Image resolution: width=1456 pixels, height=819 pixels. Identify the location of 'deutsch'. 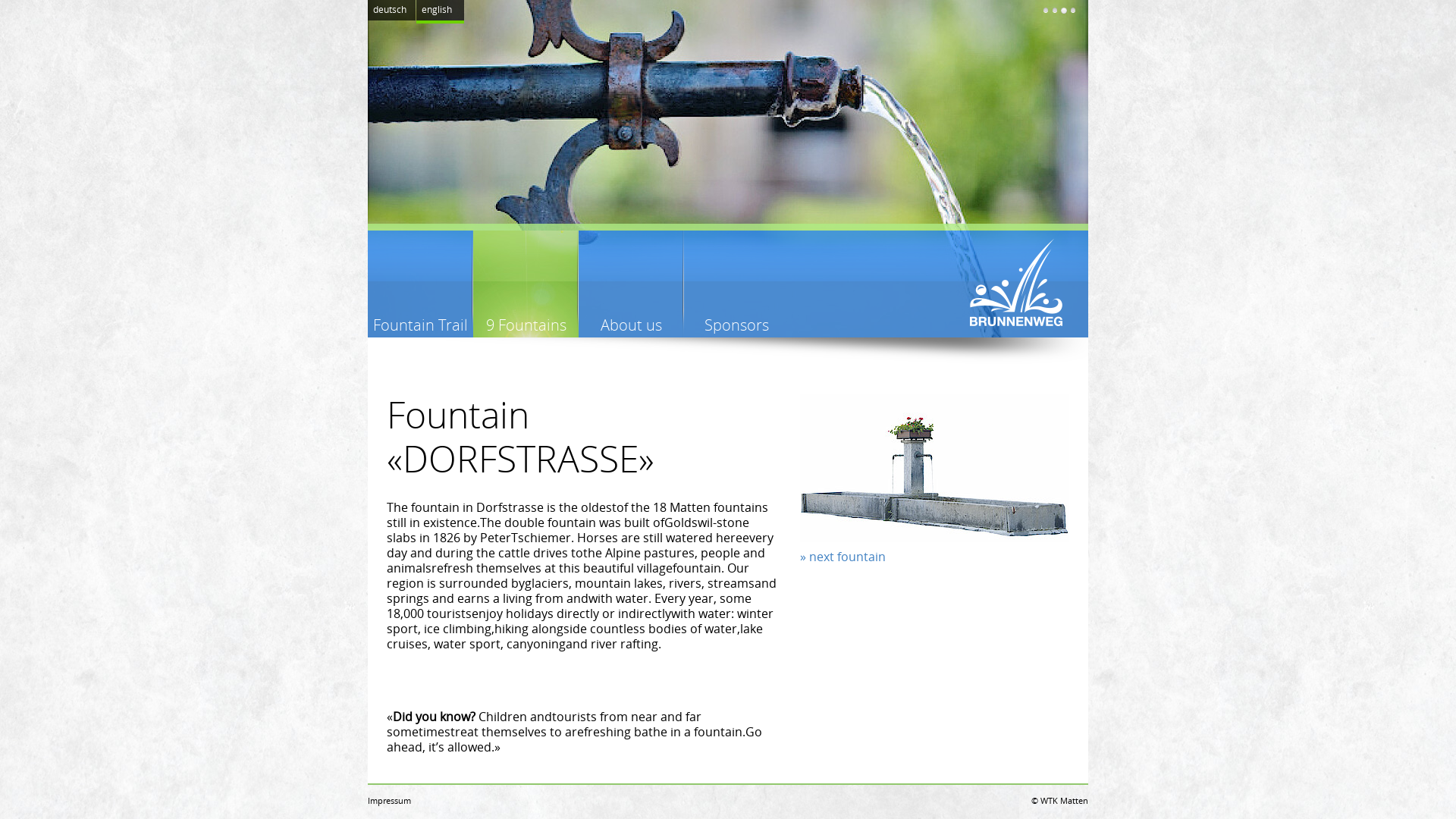
(391, 10).